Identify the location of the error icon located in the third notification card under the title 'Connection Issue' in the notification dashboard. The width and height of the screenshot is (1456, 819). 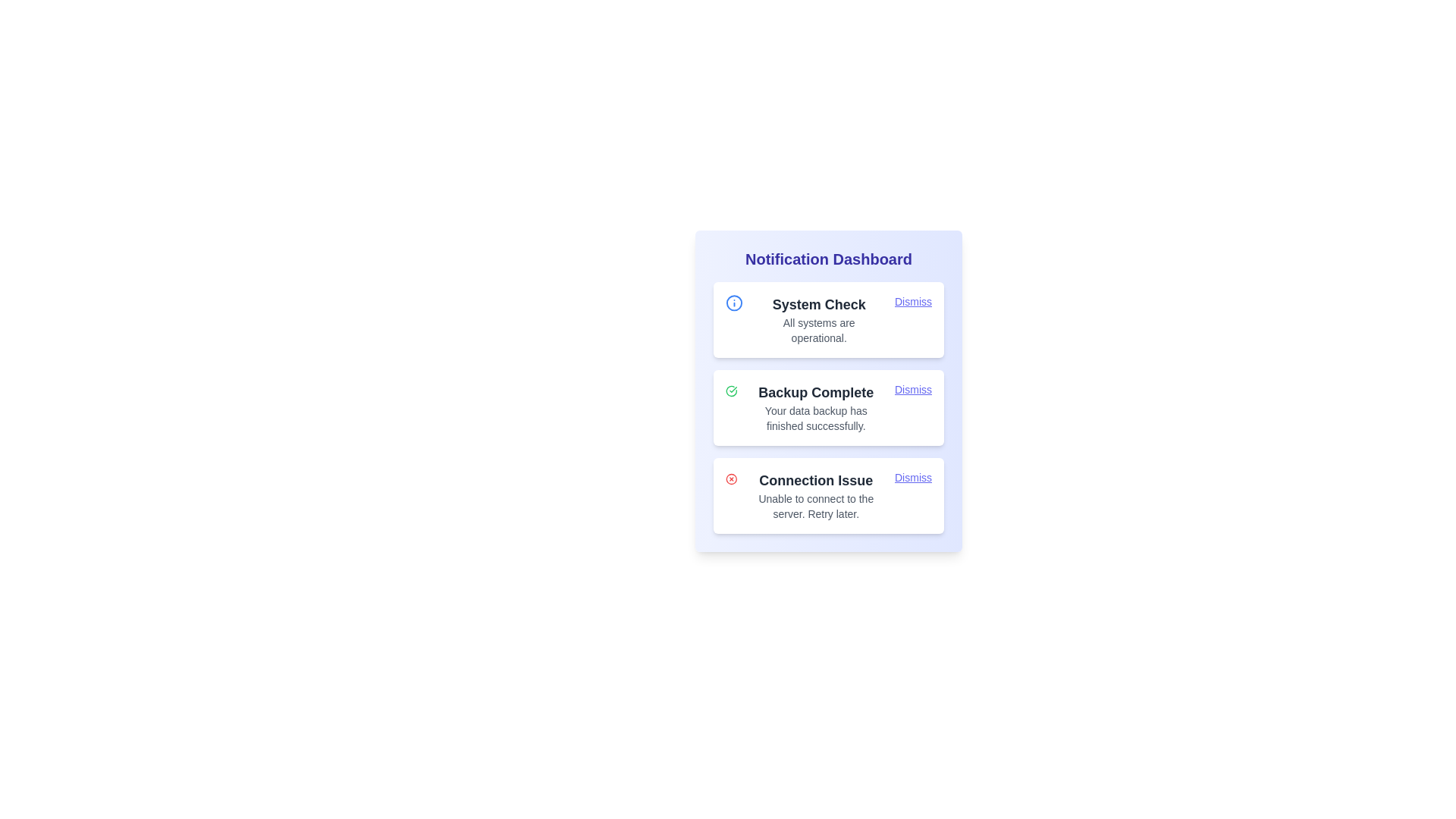
(731, 479).